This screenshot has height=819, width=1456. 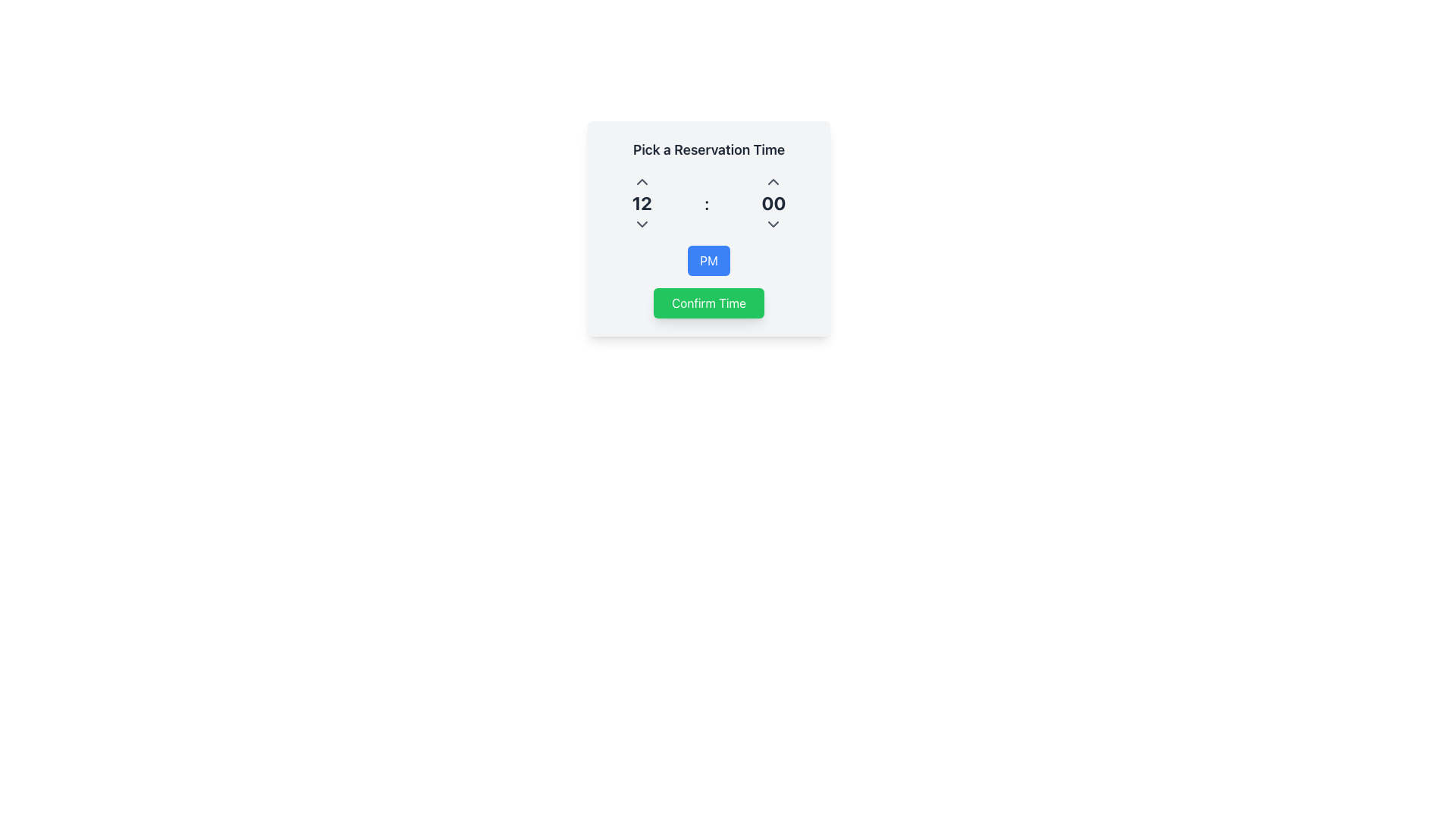 I want to click on the small gray triangular up-arrow icon located above the '00' in the minutes section of the time picker, so click(x=773, y=180).